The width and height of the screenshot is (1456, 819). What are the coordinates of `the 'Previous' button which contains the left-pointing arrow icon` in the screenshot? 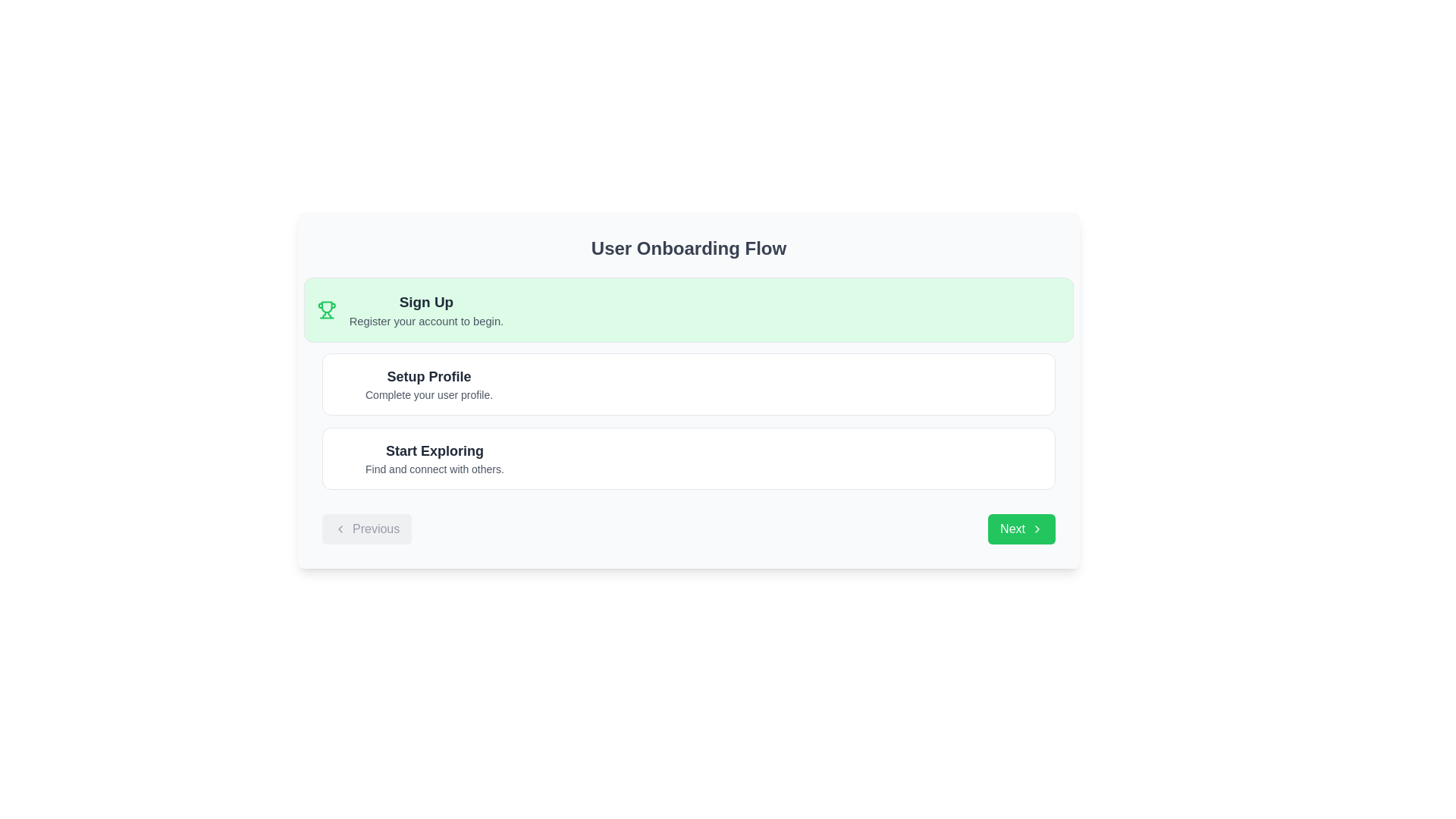 It's located at (340, 529).